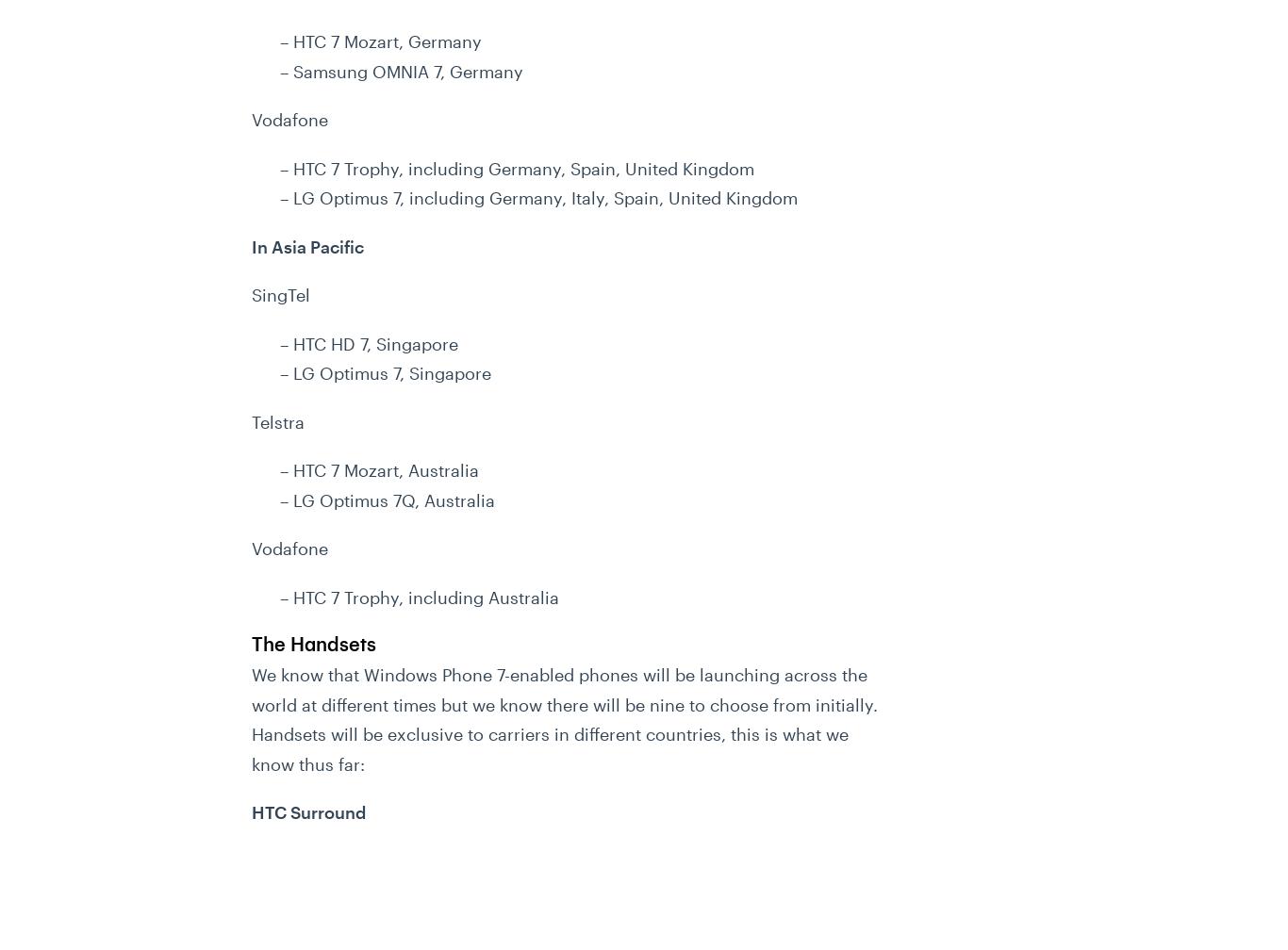 Image resolution: width=1288 pixels, height=950 pixels. What do you see at coordinates (378, 469) in the screenshot?
I see `'– HTC 7 Mozart, Australia'` at bounding box center [378, 469].